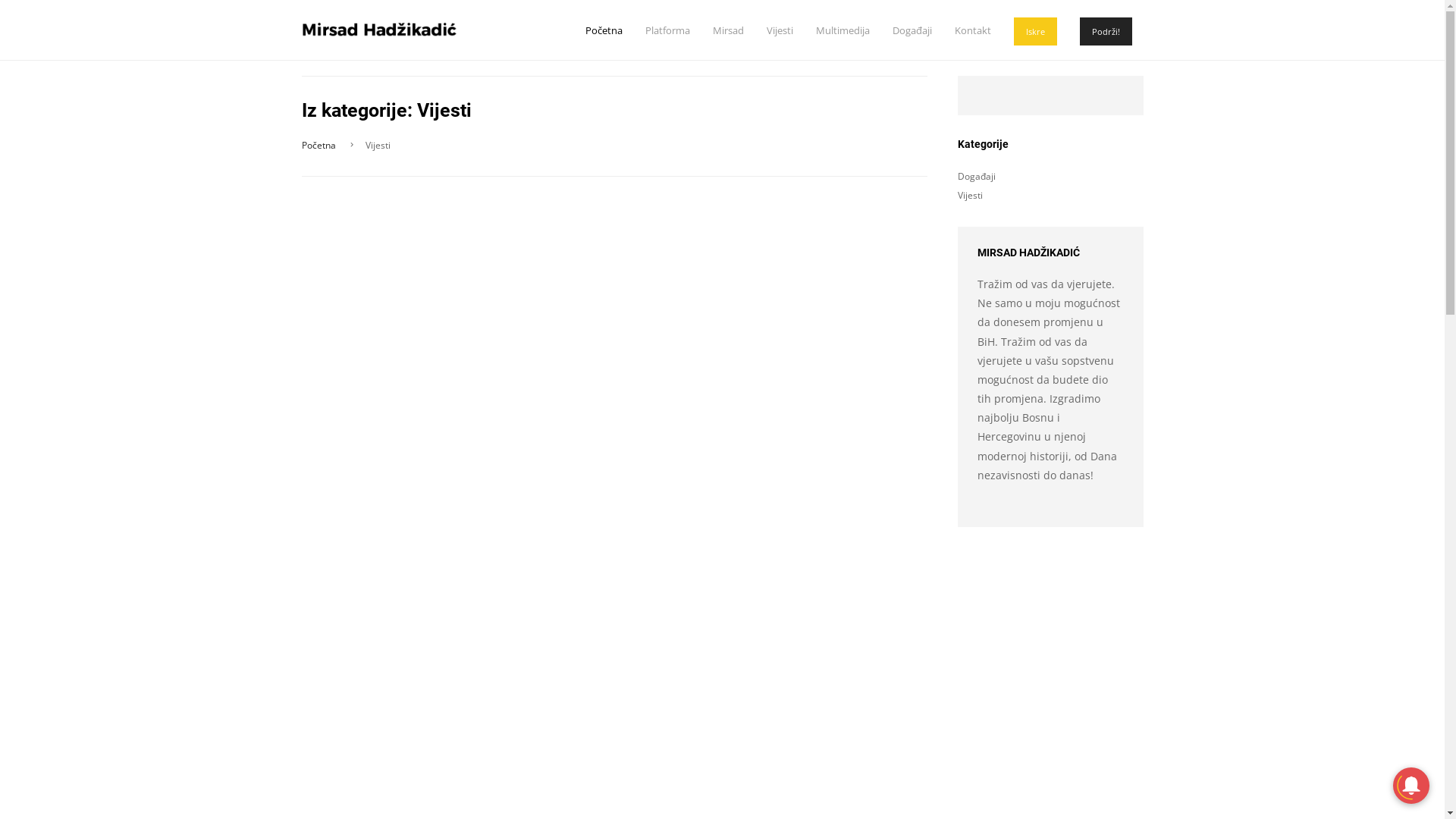 This screenshot has width=1456, height=819. What do you see at coordinates (971, 30) in the screenshot?
I see `'Kontakt'` at bounding box center [971, 30].